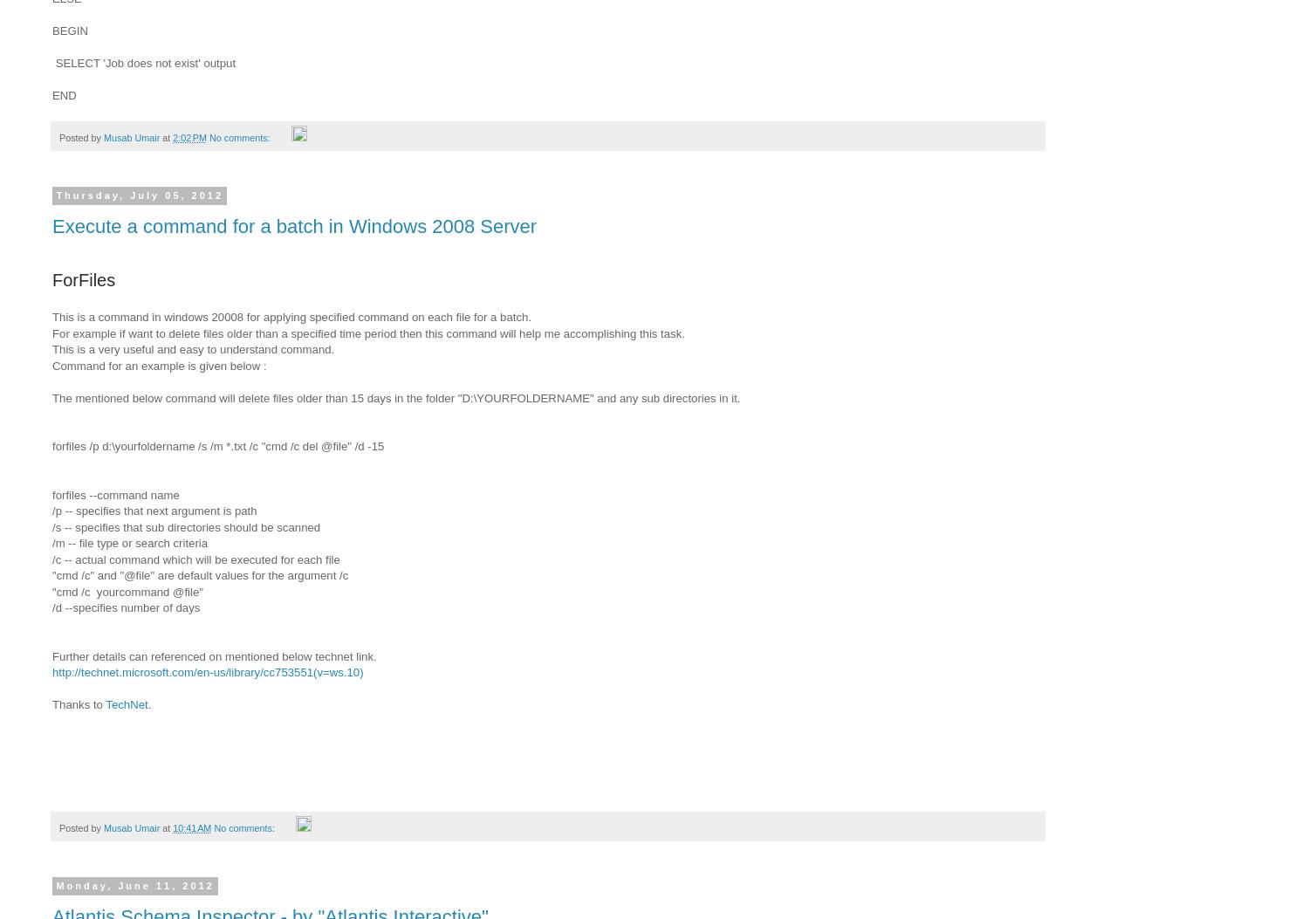  I want to click on 'The mentioned below command will delete files older than 15 days in the folder "D:\YOURFOLDERNAME" and any sub directories in it.', so click(398, 396).